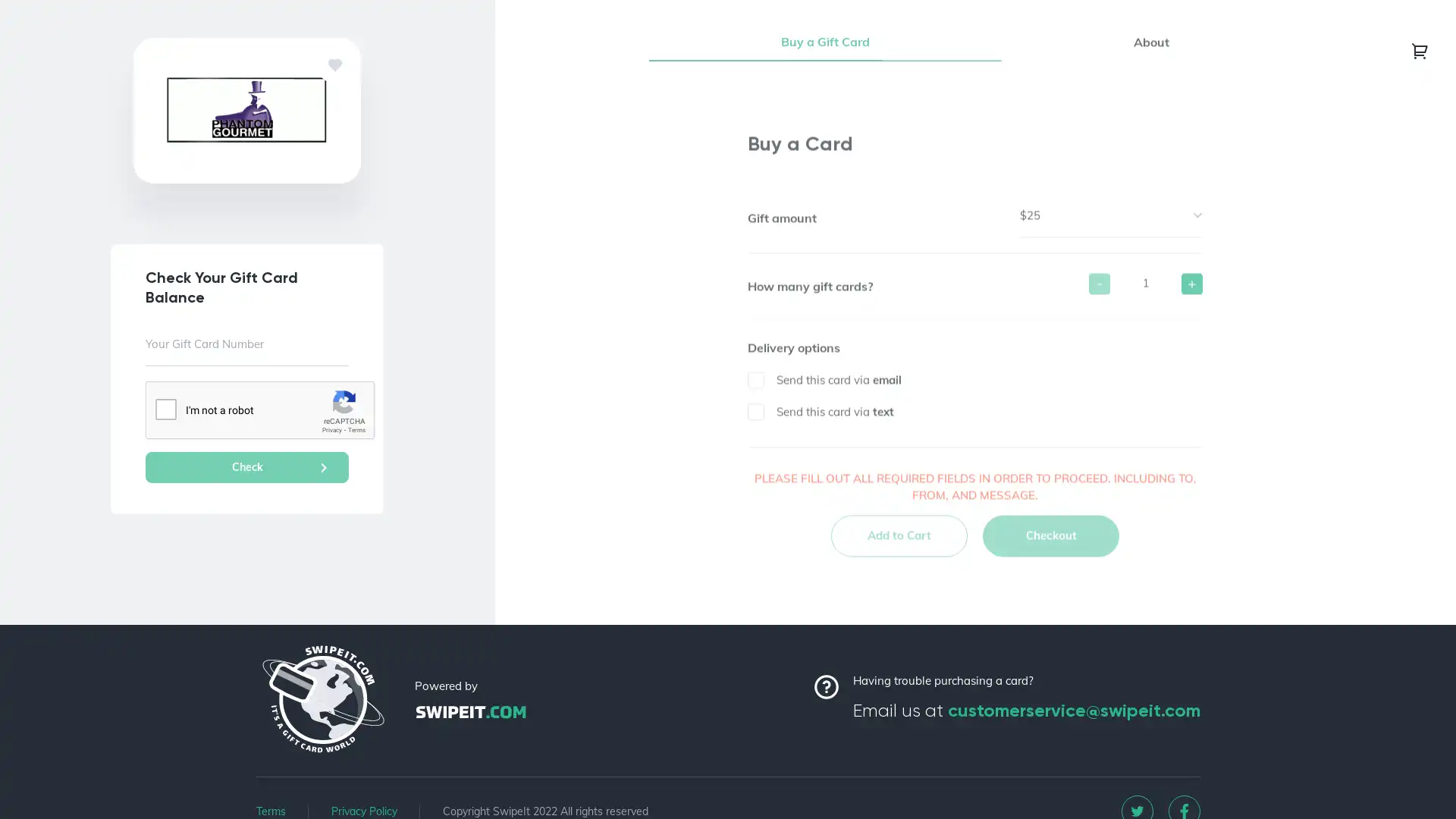  Describe the element at coordinates (1099, 291) in the screenshot. I see `-` at that location.